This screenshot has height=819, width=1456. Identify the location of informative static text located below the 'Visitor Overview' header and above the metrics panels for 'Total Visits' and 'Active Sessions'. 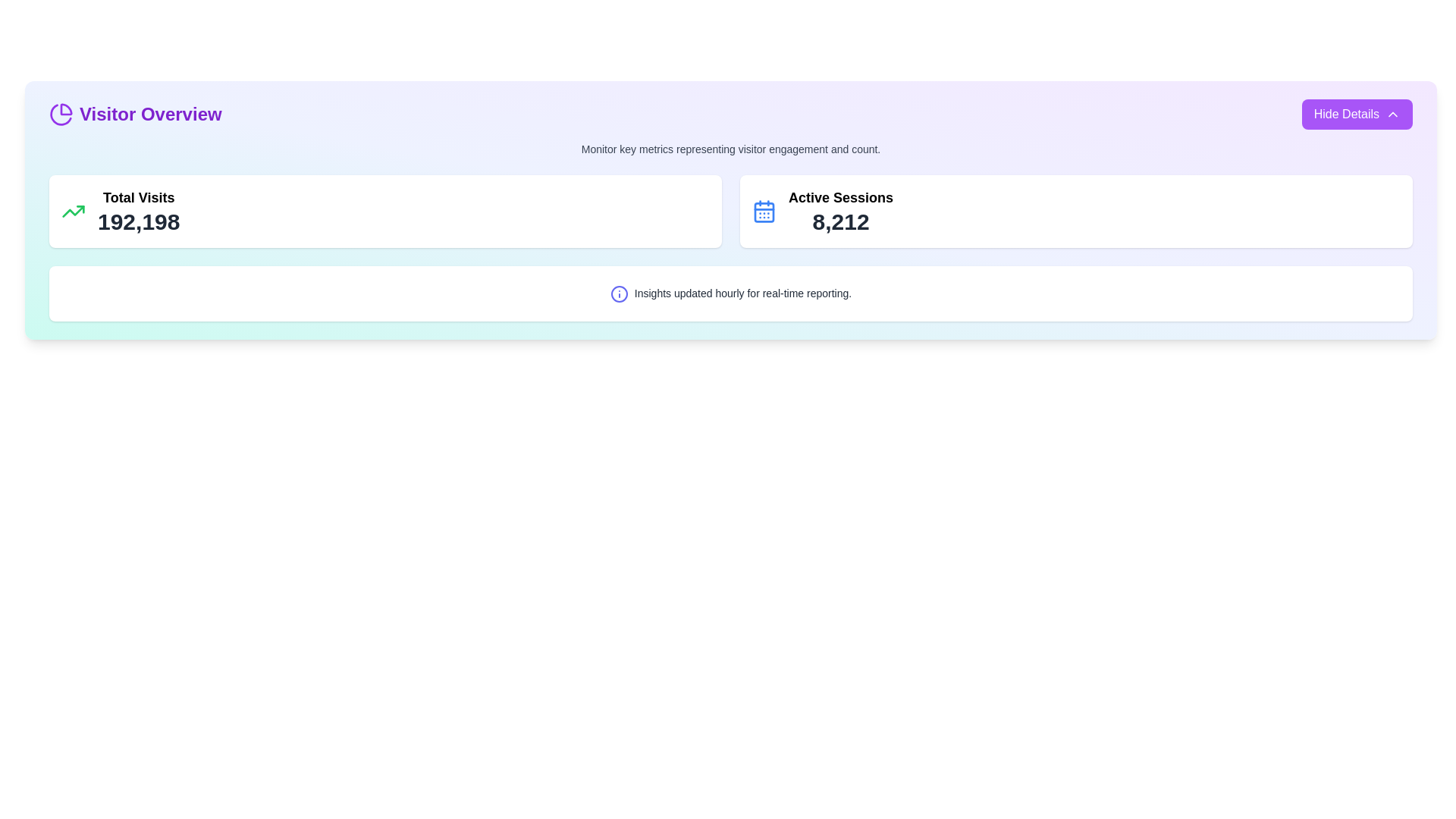
(731, 143).